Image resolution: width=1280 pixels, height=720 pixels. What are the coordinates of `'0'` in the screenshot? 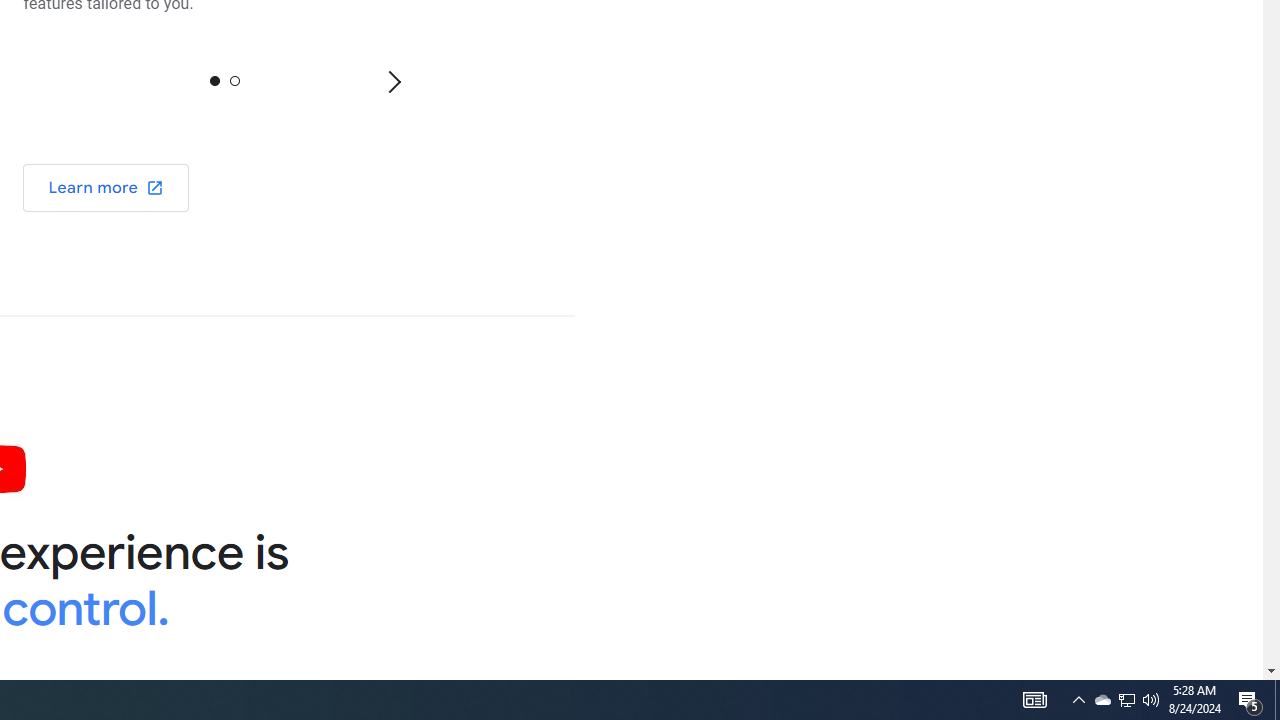 It's located at (215, 79).